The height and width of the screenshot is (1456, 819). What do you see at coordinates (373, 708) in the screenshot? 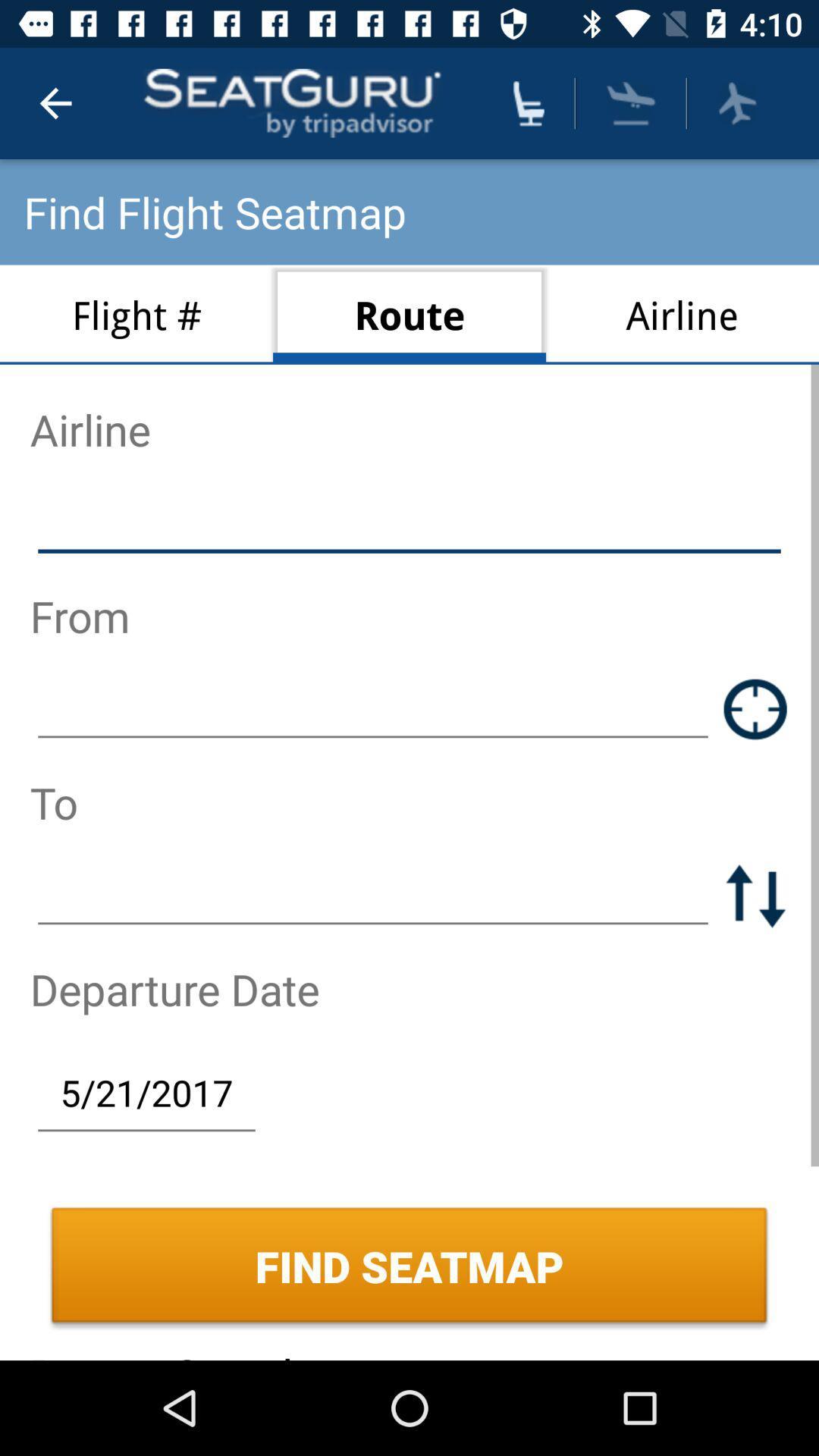
I see `airport code` at bounding box center [373, 708].